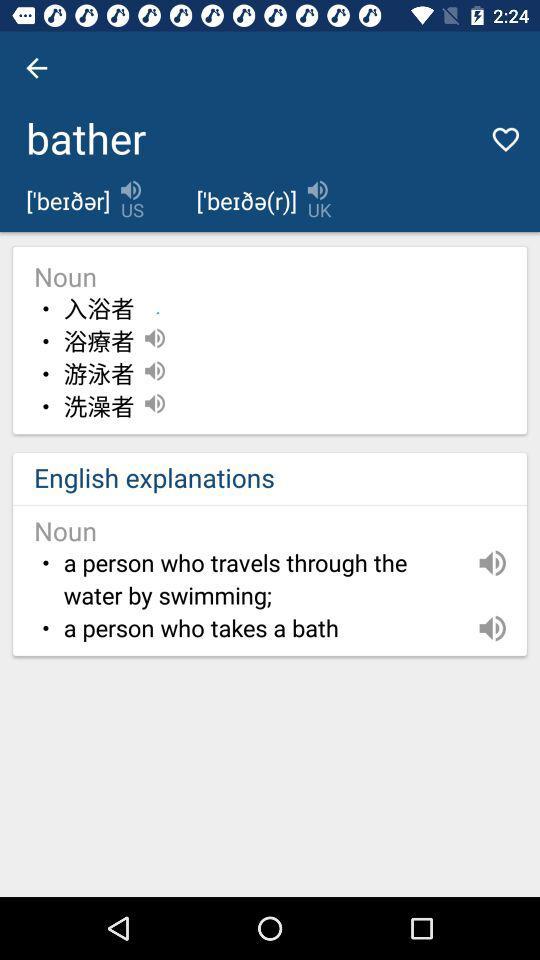 This screenshot has width=540, height=960. I want to click on the icon above the english explanations icon, so click(98, 406).